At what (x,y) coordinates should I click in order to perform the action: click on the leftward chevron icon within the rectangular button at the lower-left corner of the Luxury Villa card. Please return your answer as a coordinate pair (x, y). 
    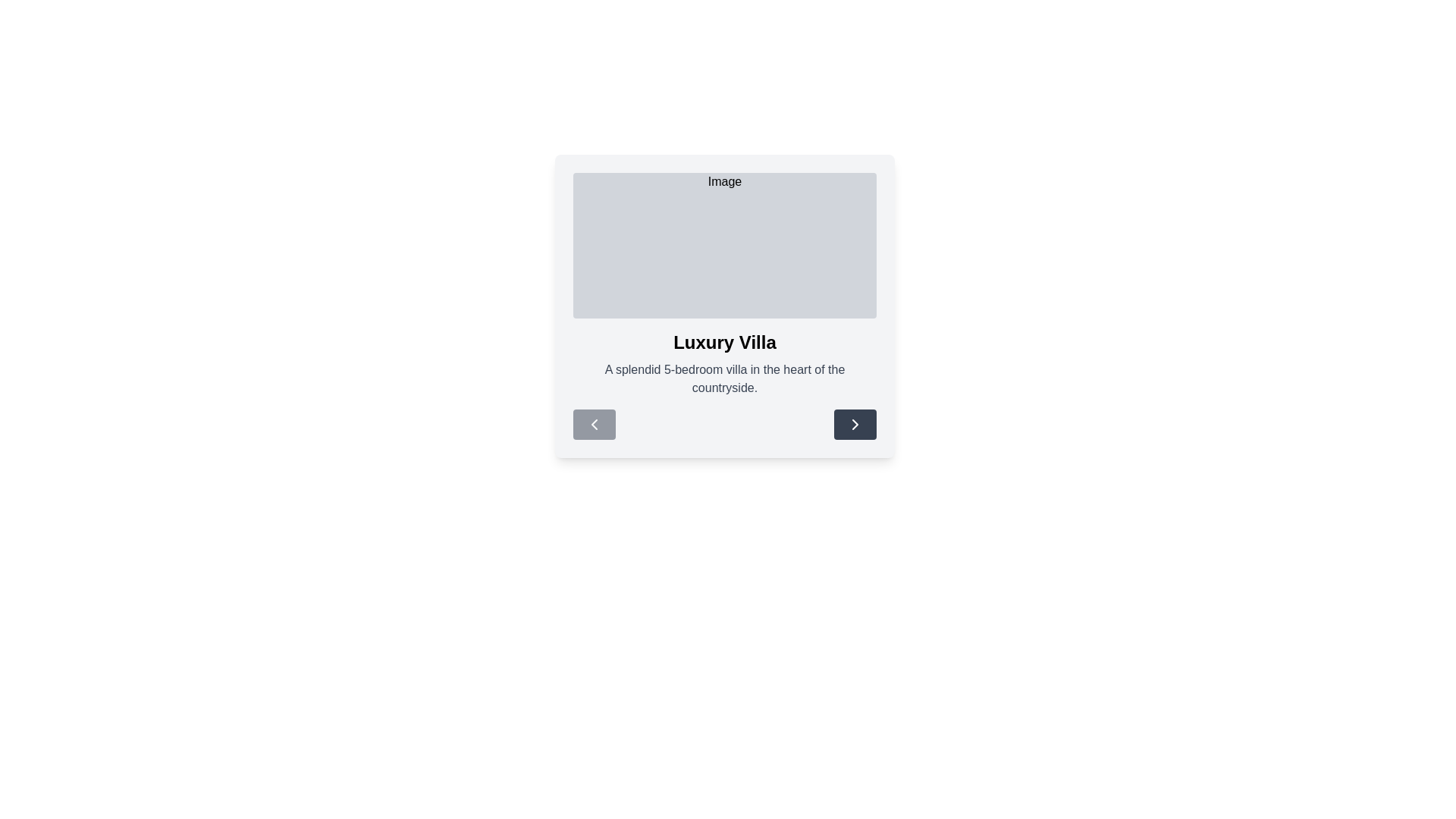
    Looking at the image, I should click on (593, 424).